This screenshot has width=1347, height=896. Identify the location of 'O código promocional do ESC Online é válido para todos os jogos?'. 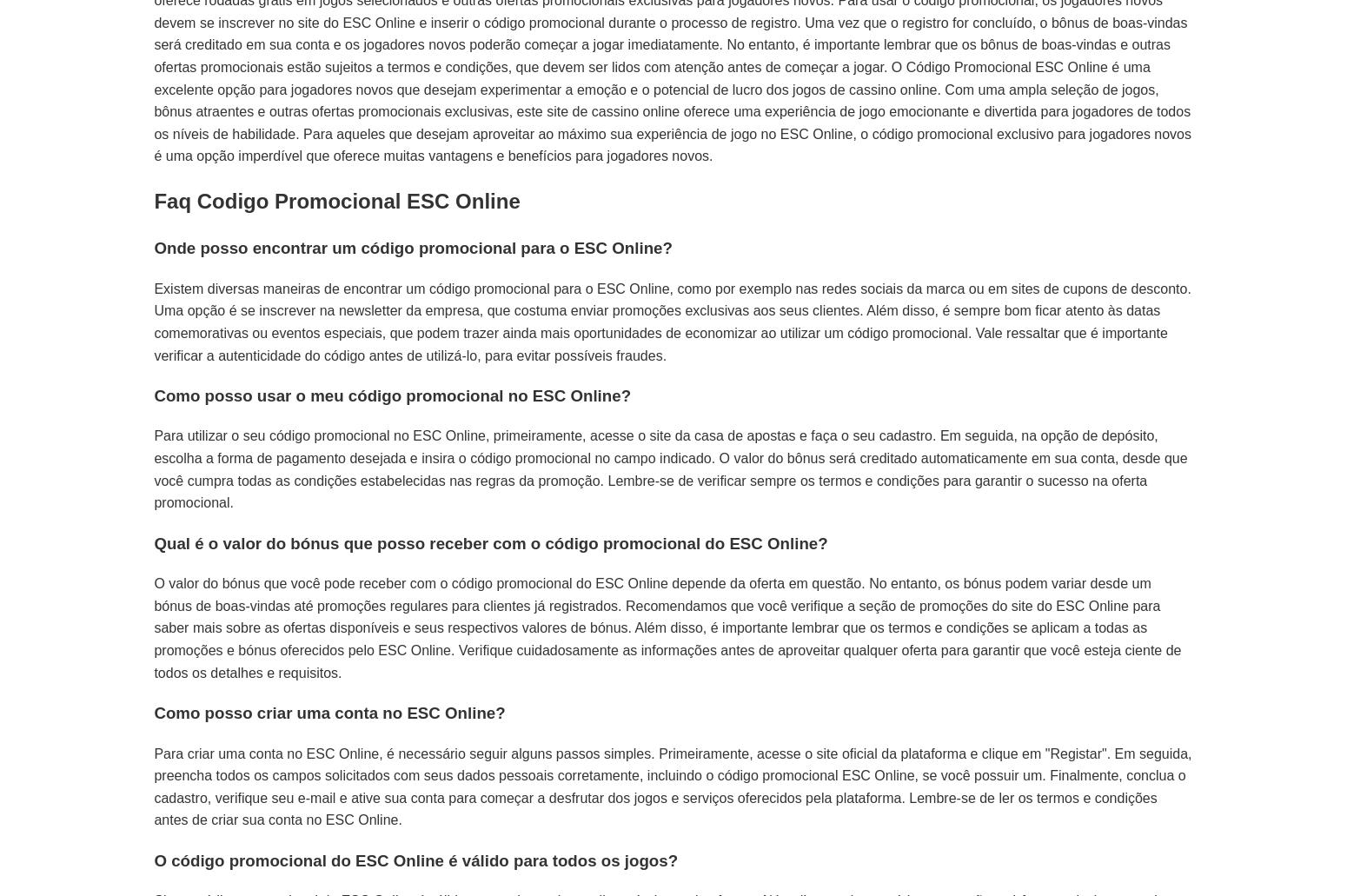
(415, 859).